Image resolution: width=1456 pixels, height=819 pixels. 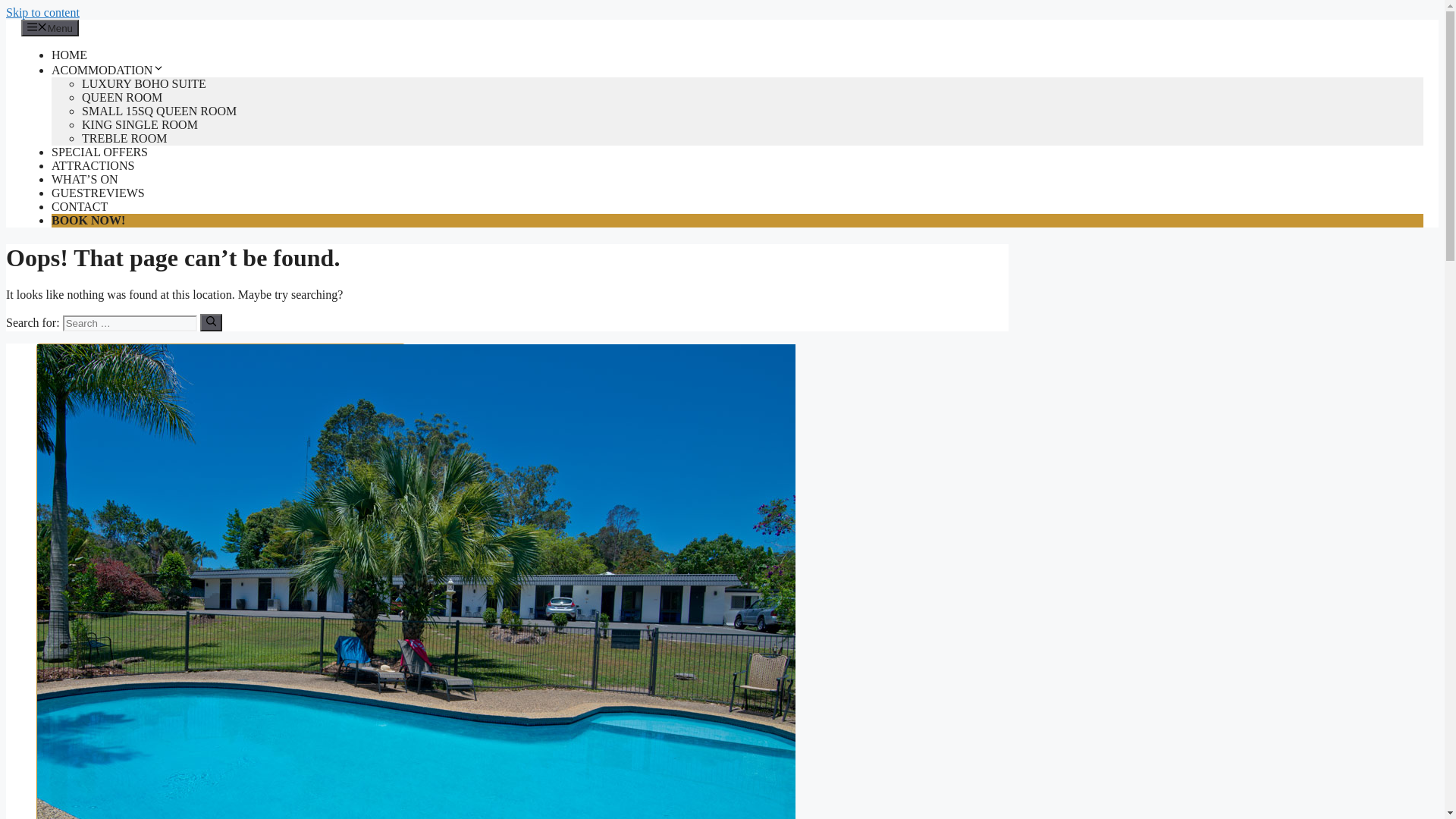 What do you see at coordinates (42, 12) in the screenshot?
I see `'Skip to content'` at bounding box center [42, 12].